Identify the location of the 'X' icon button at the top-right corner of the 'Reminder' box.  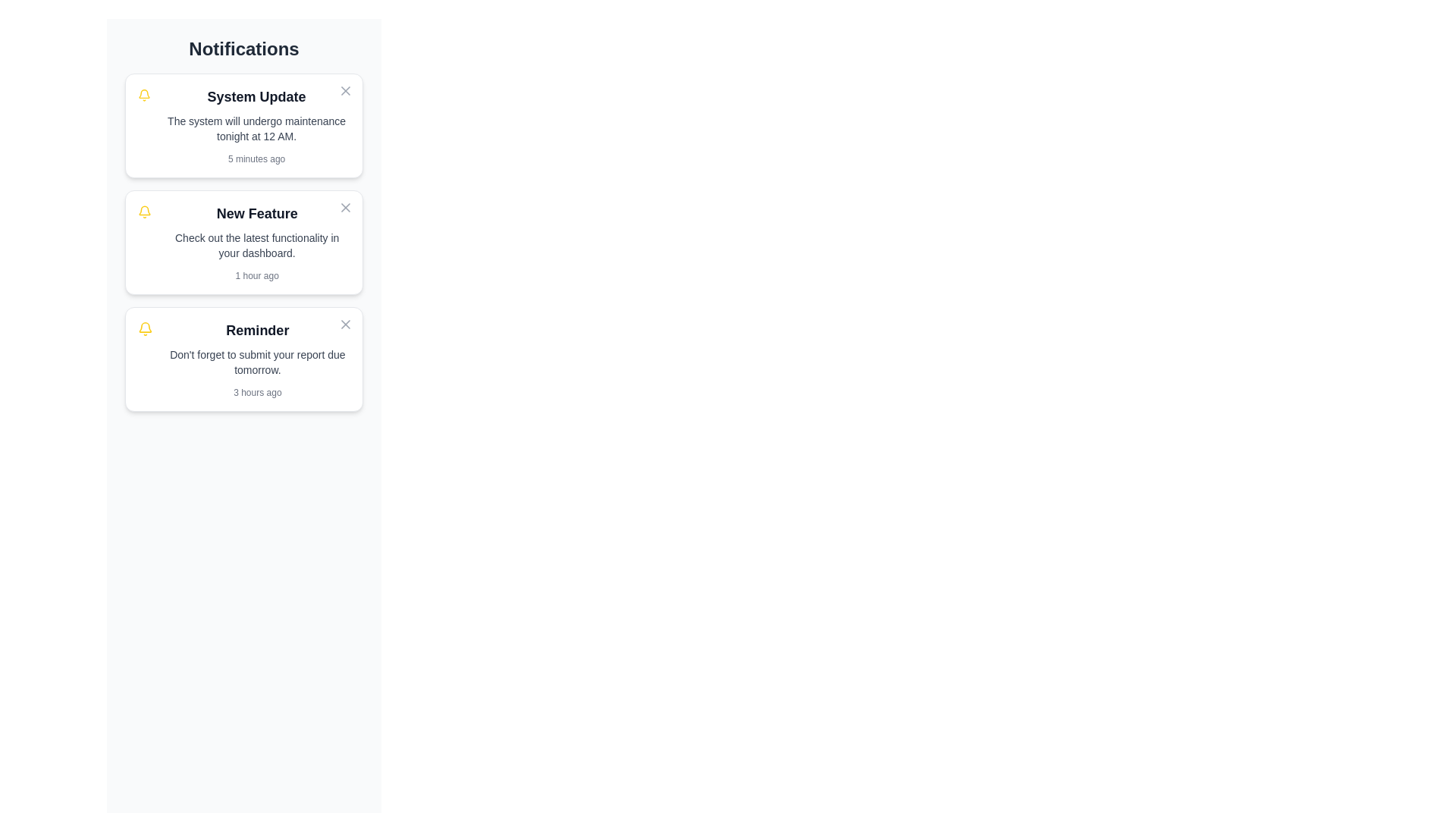
(345, 324).